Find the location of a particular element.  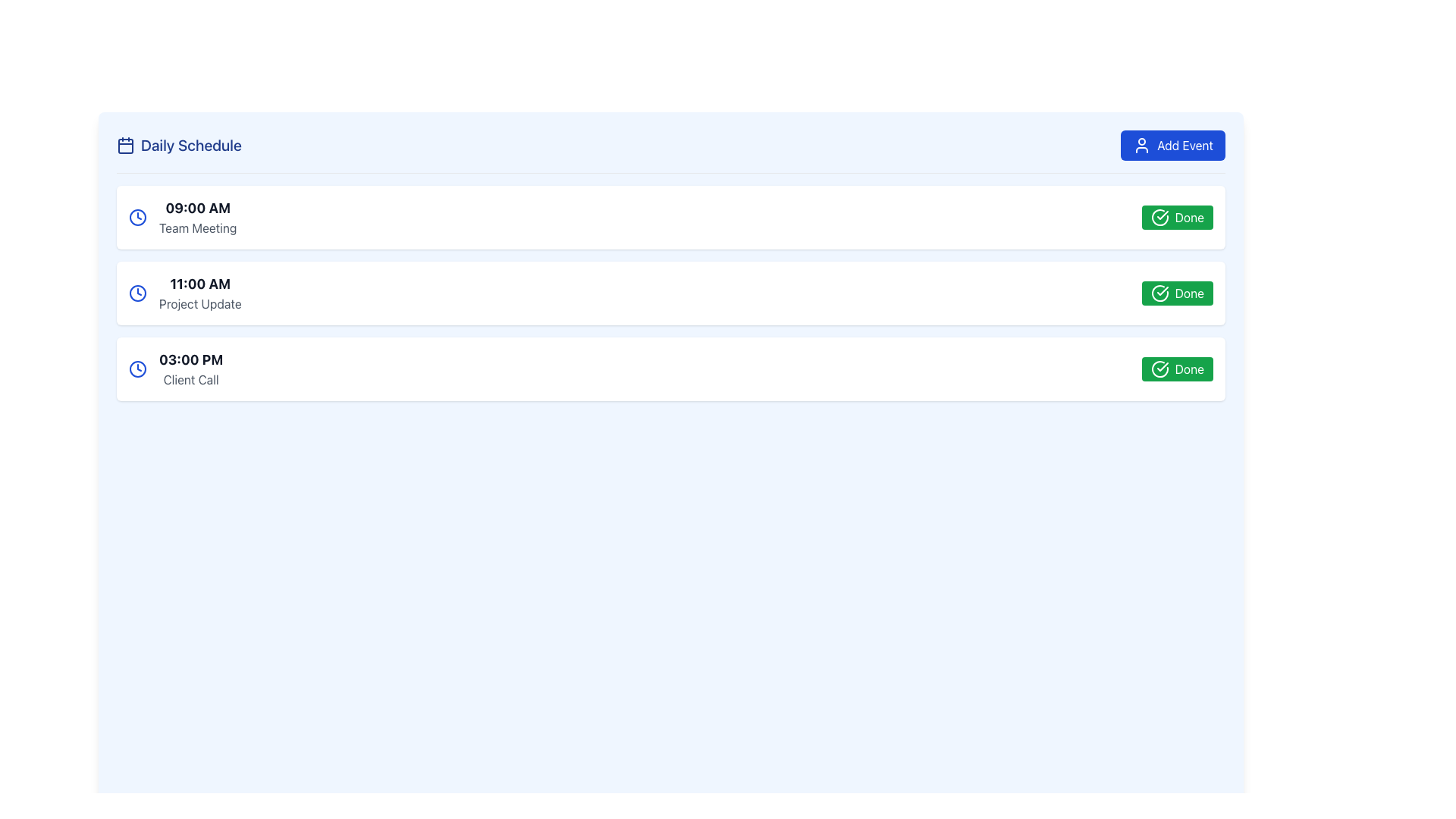

the checkmark icon inside the green rounded rectangle located in the 'Done' status area adjacent to the '11:00 AM Project Update' entry is located at coordinates (1162, 291).